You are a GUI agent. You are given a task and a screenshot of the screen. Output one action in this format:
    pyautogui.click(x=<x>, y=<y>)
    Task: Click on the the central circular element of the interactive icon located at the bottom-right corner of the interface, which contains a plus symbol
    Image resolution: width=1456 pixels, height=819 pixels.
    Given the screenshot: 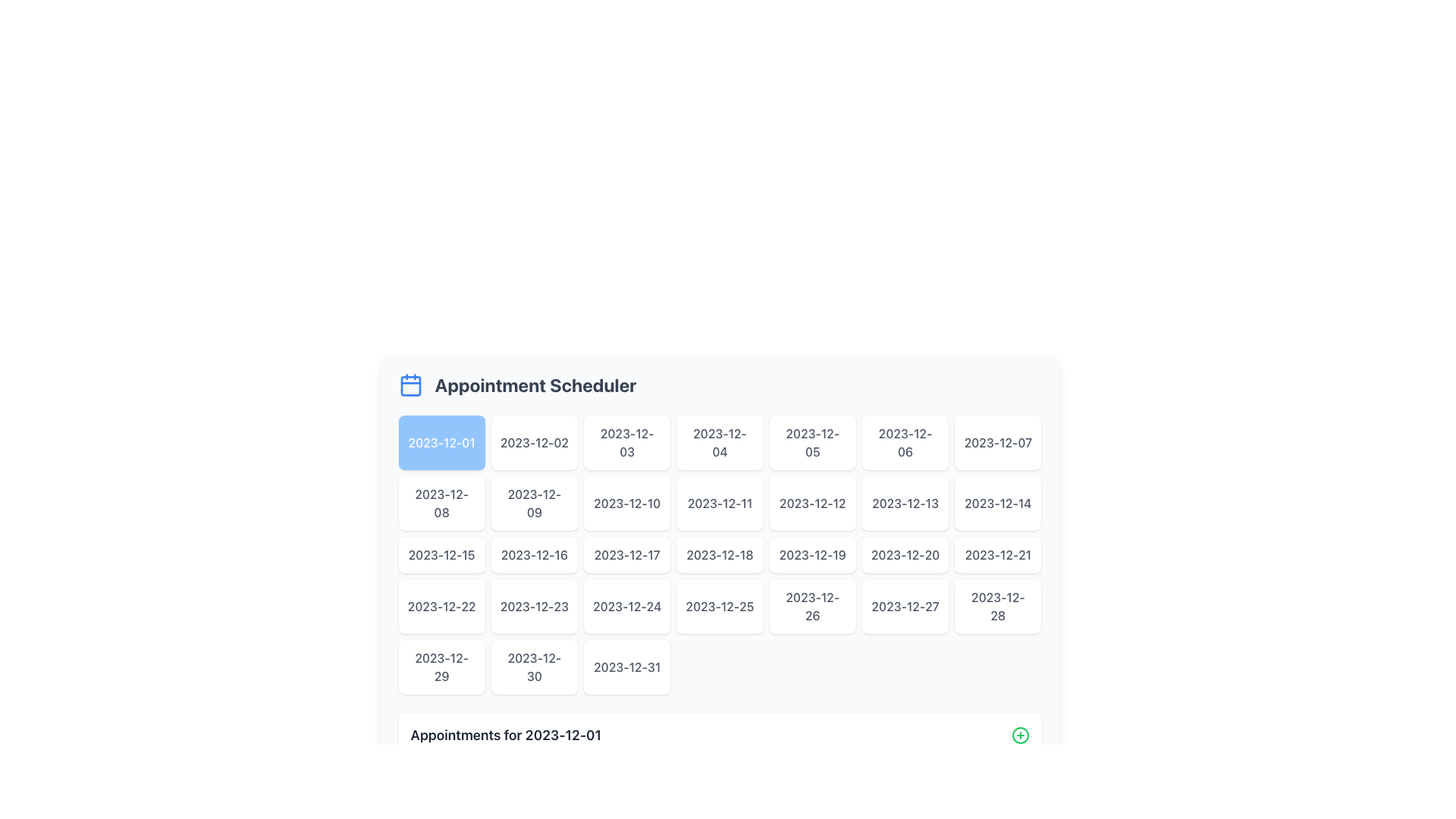 What is the action you would take?
    pyautogui.click(x=1020, y=734)
    